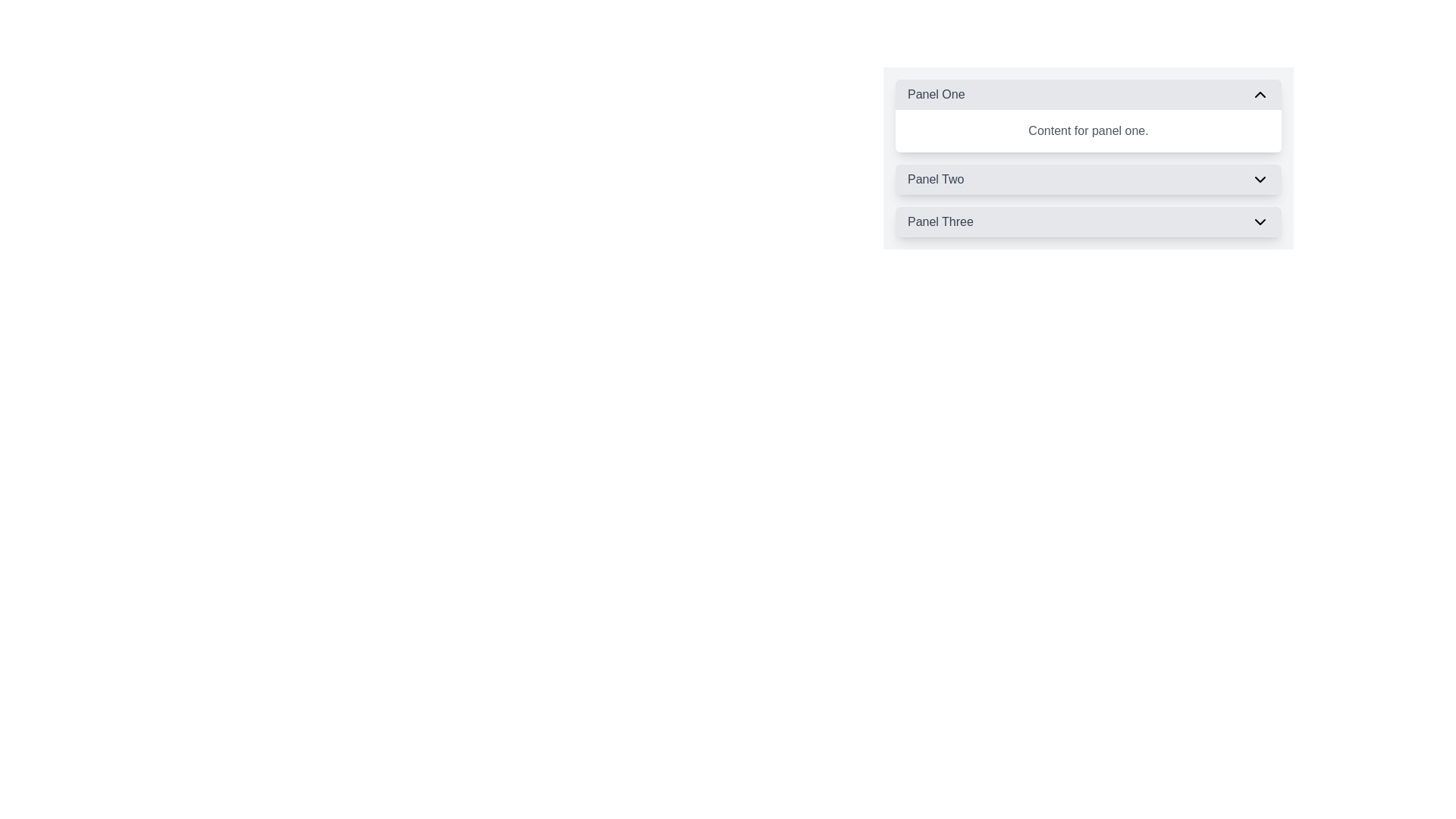  I want to click on the text label 'Panel Two', which is styled with a medium-weight font and gray color, located in the collapsible panel interface, so click(935, 178).